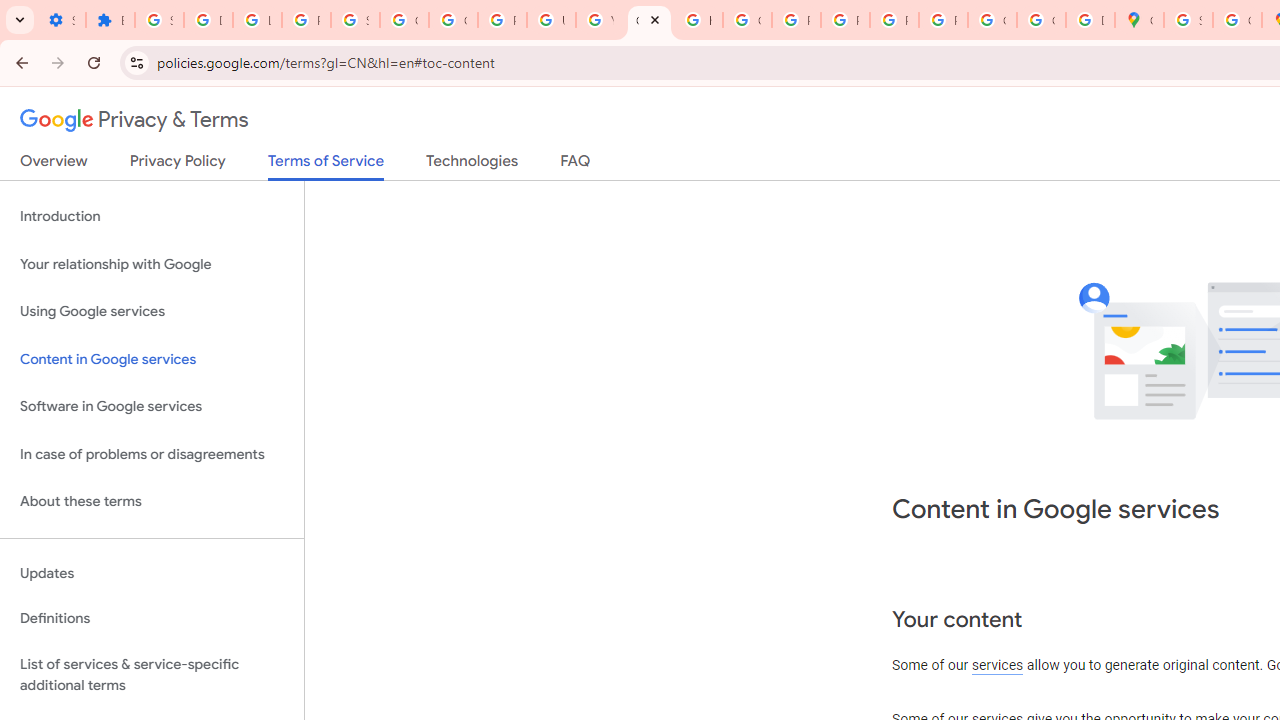  I want to click on 'Google Account Help', so click(403, 20).